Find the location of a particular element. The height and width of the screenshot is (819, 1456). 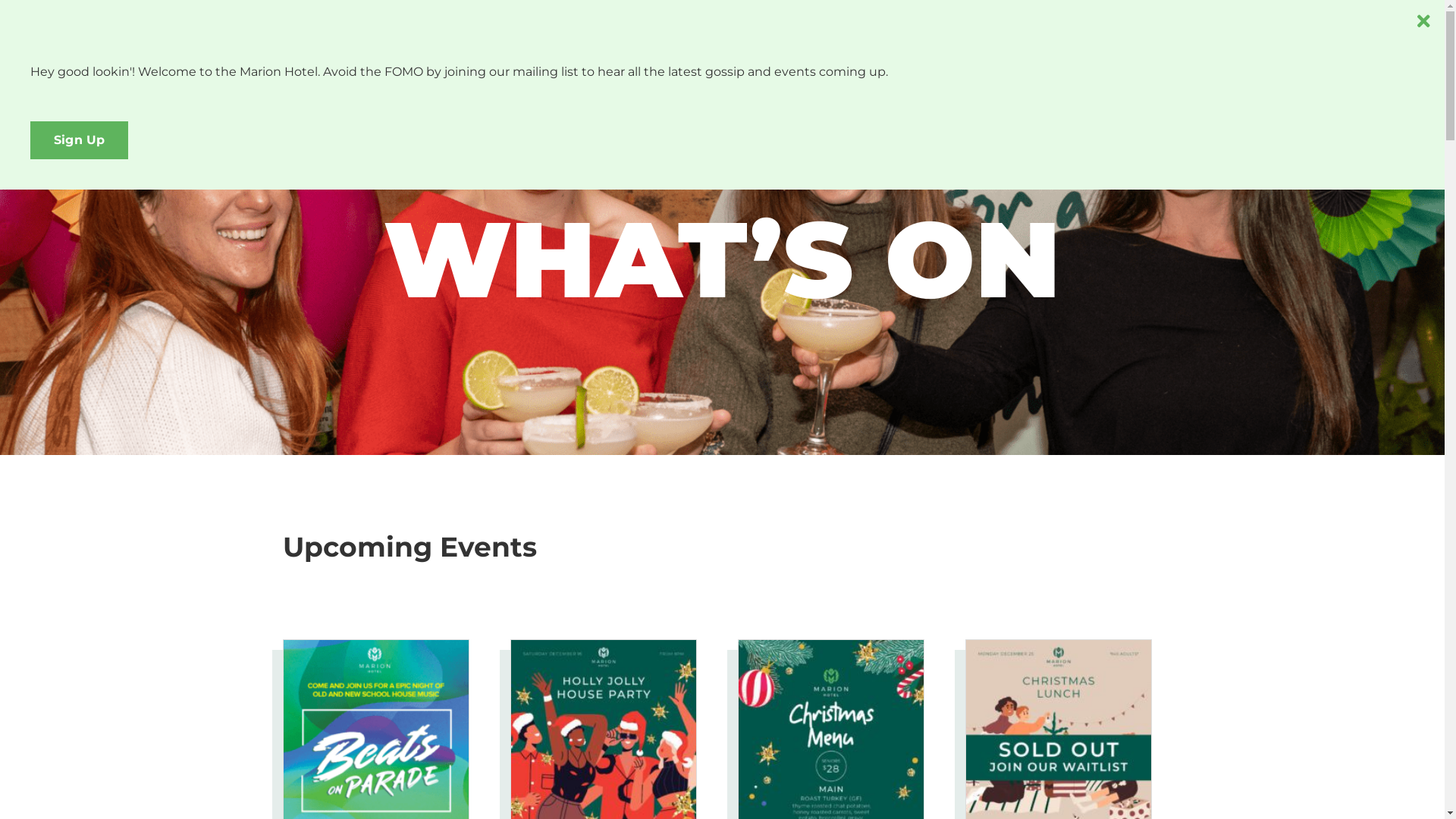

'Sign Up' is located at coordinates (30, 140).